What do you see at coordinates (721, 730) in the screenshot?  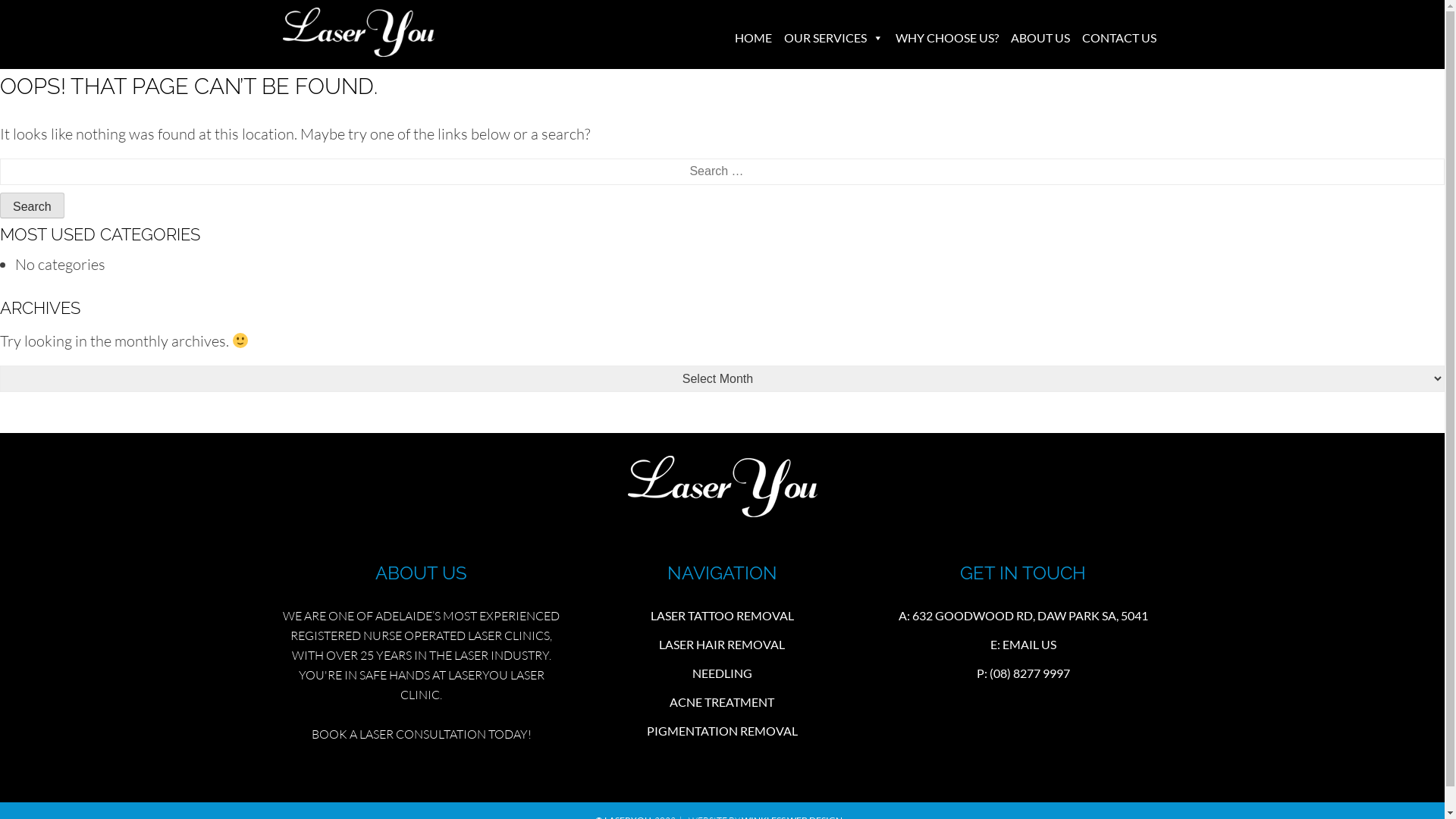 I see `'PIGMENTATION REMOVAL'` at bounding box center [721, 730].